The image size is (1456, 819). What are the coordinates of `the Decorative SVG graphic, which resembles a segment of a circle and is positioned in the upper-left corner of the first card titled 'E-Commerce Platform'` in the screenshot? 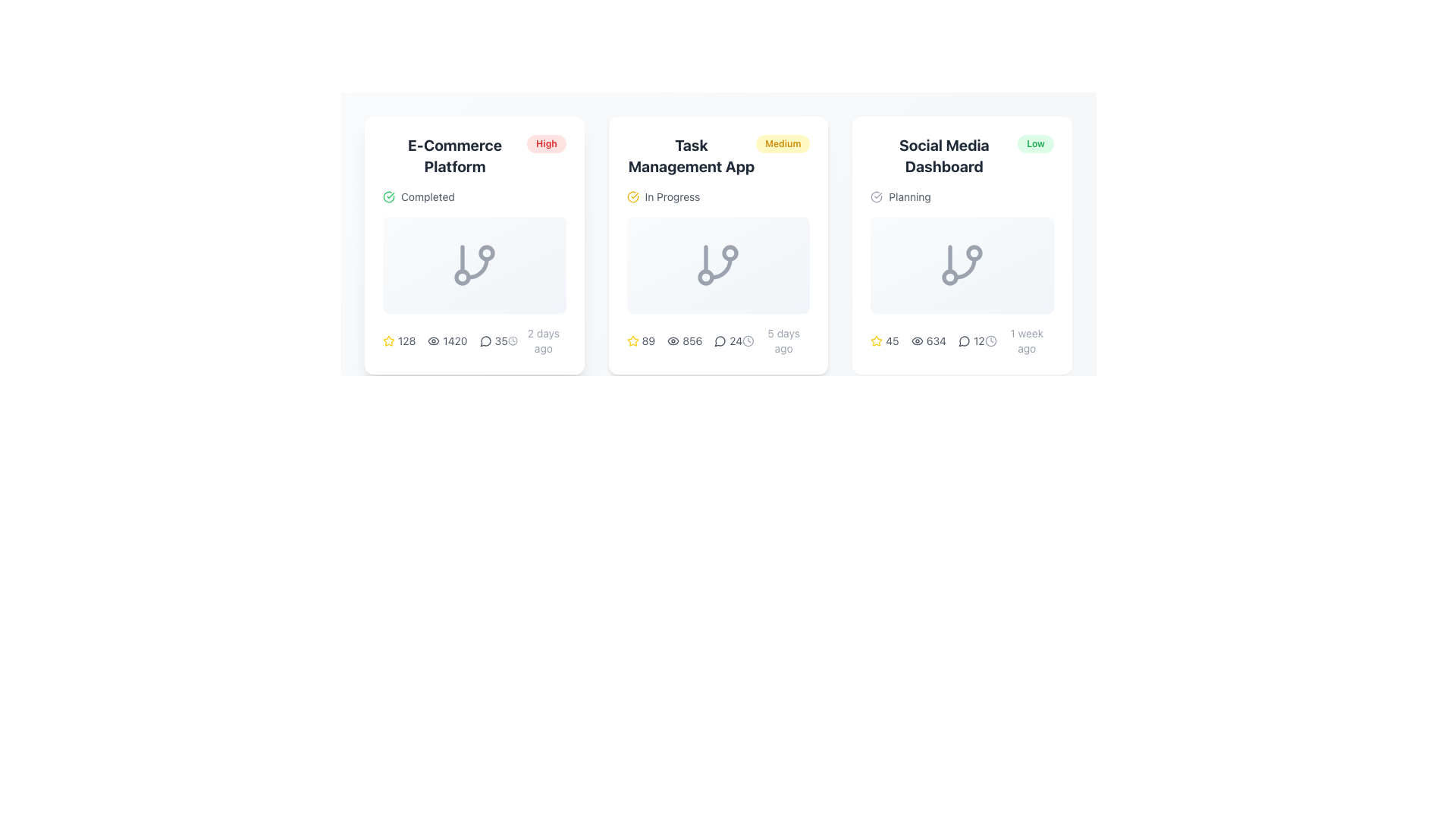 It's located at (389, 196).